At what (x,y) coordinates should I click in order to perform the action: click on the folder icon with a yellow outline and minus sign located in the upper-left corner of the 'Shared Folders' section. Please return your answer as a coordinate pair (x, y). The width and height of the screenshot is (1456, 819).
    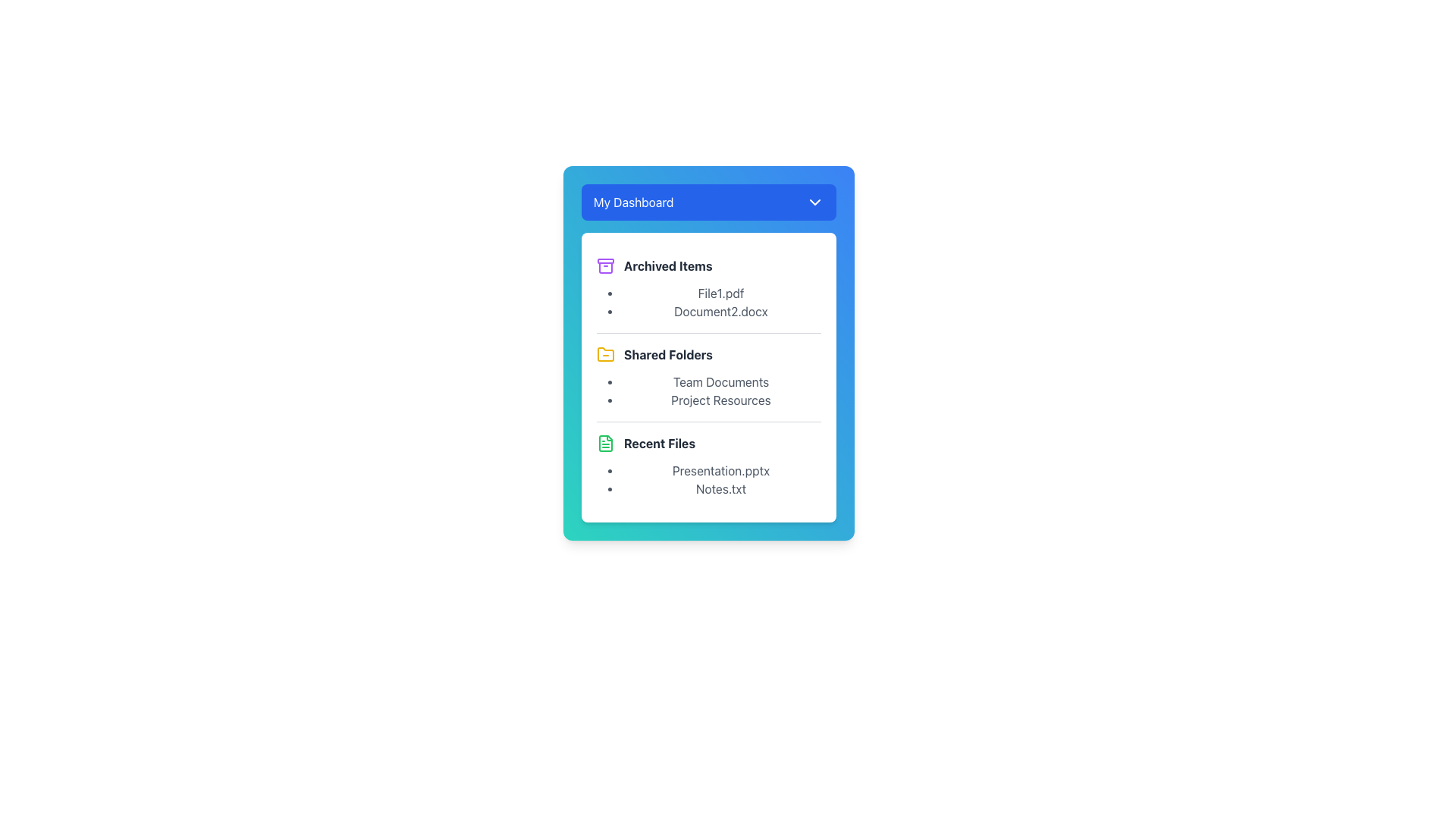
    Looking at the image, I should click on (604, 354).